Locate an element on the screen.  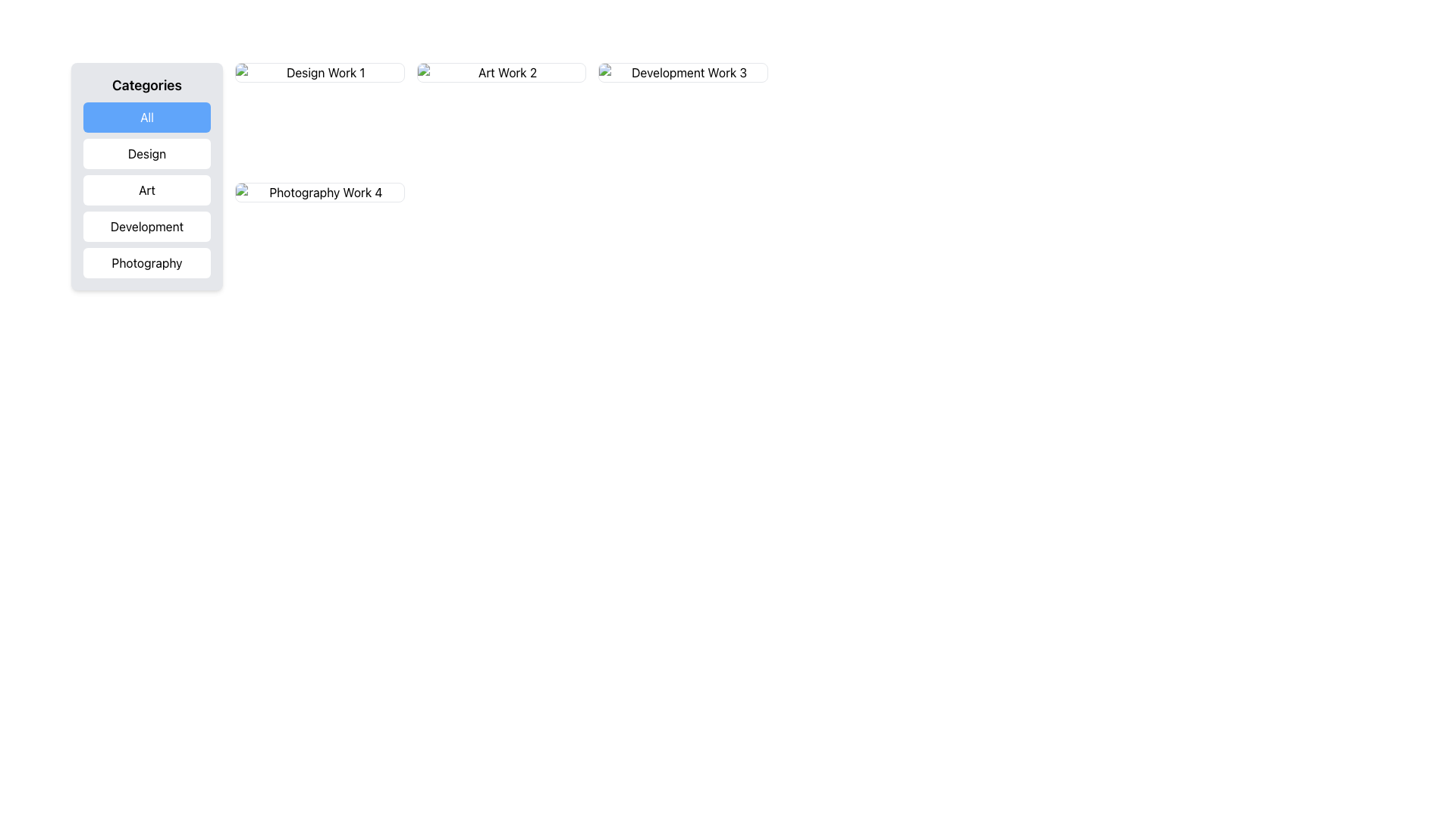
the blue button labeled 'All' in the Categories section is located at coordinates (146, 116).